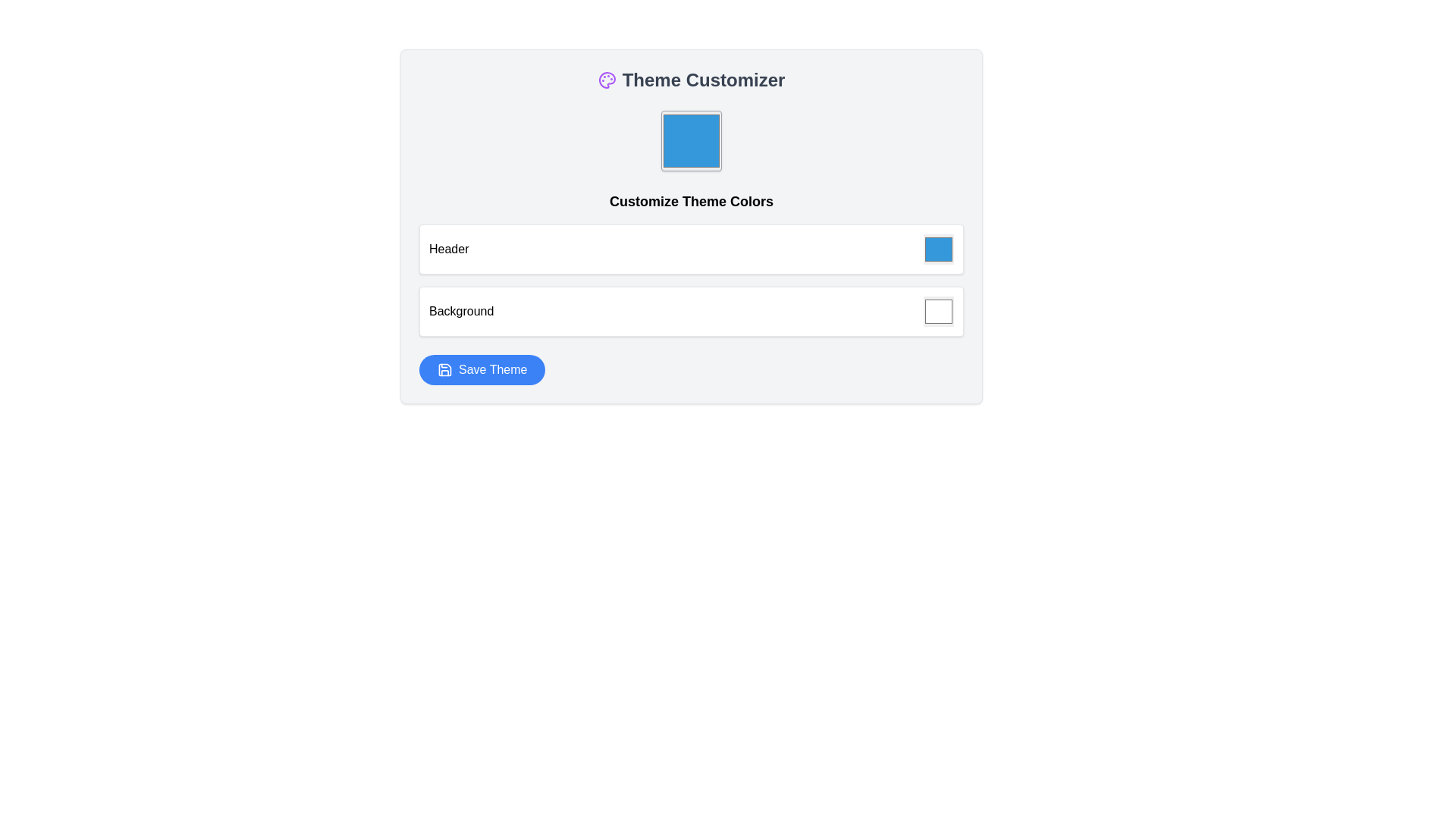 This screenshot has width=1456, height=819. Describe the element at coordinates (482, 370) in the screenshot. I see `the save button located at the bottom of the 'Theme Customizer' card` at that location.